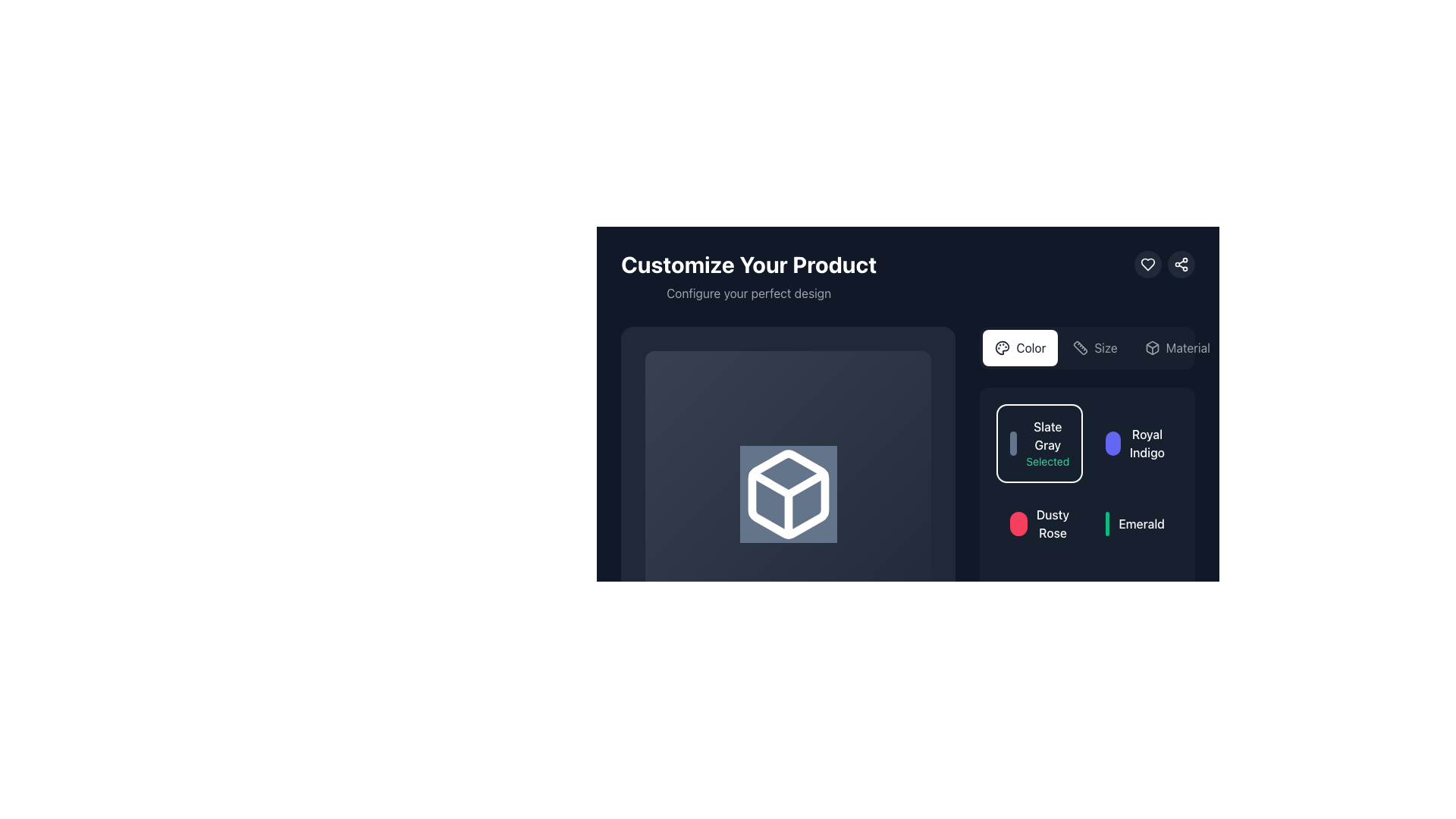 Image resolution: width=1456 pixels, height=819 pixels. What do you see at coordinates (1147, 263) in the screenshot?
I see `the heart icon located in the upper right corner of the interface` at bounding box center [1147, 263].